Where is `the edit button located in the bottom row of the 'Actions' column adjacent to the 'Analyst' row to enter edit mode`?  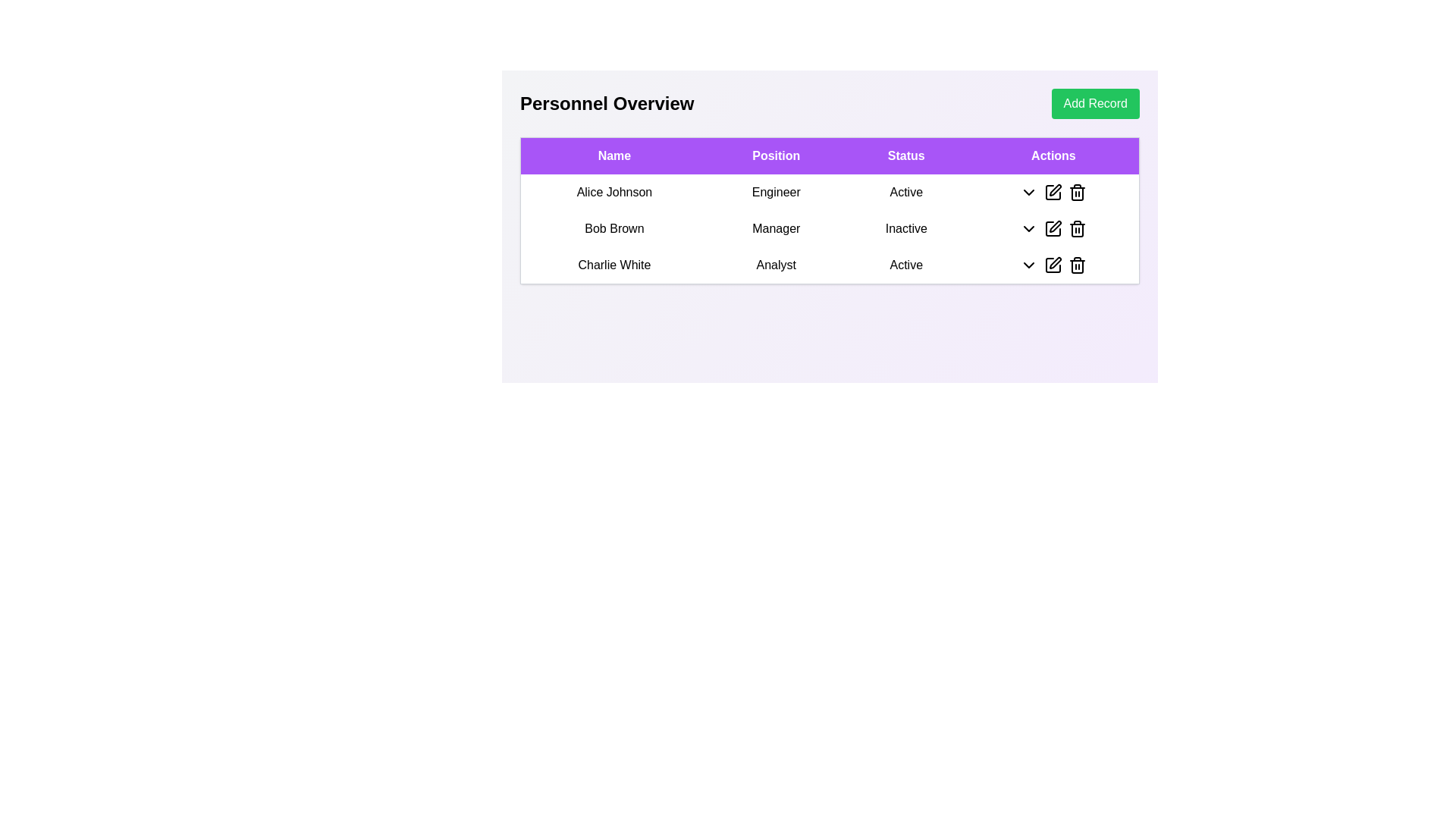 the edit button located in the bottom row of the 'Actions' column adjacent to the 'Analyst' row to enter edit mode is located at coordinates (1052, 265).